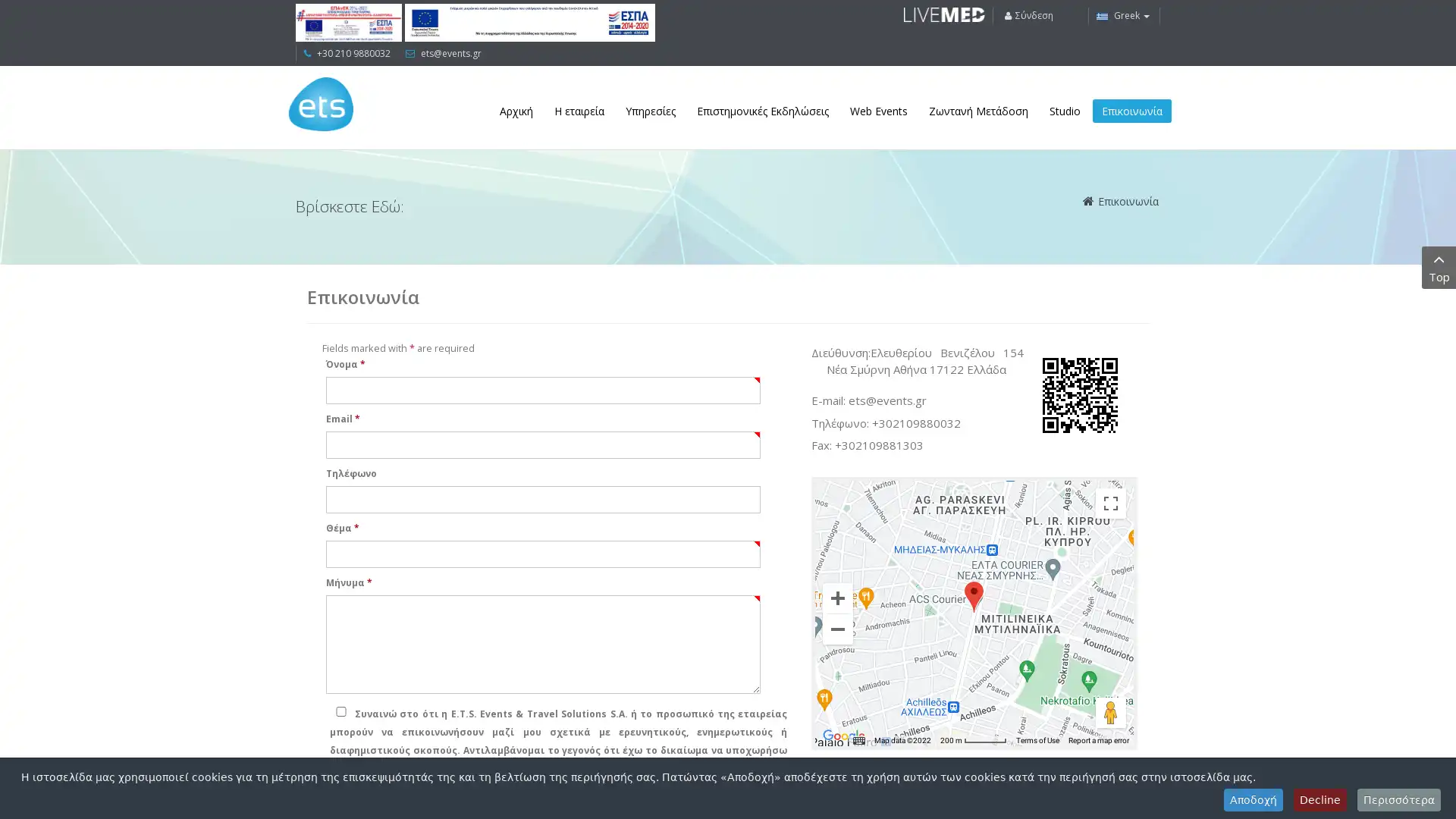 This screenshot has width=1456, height=819. Describe the element at coordinates (836, 629) in the screenshot. I see `Zoom out` at that location.